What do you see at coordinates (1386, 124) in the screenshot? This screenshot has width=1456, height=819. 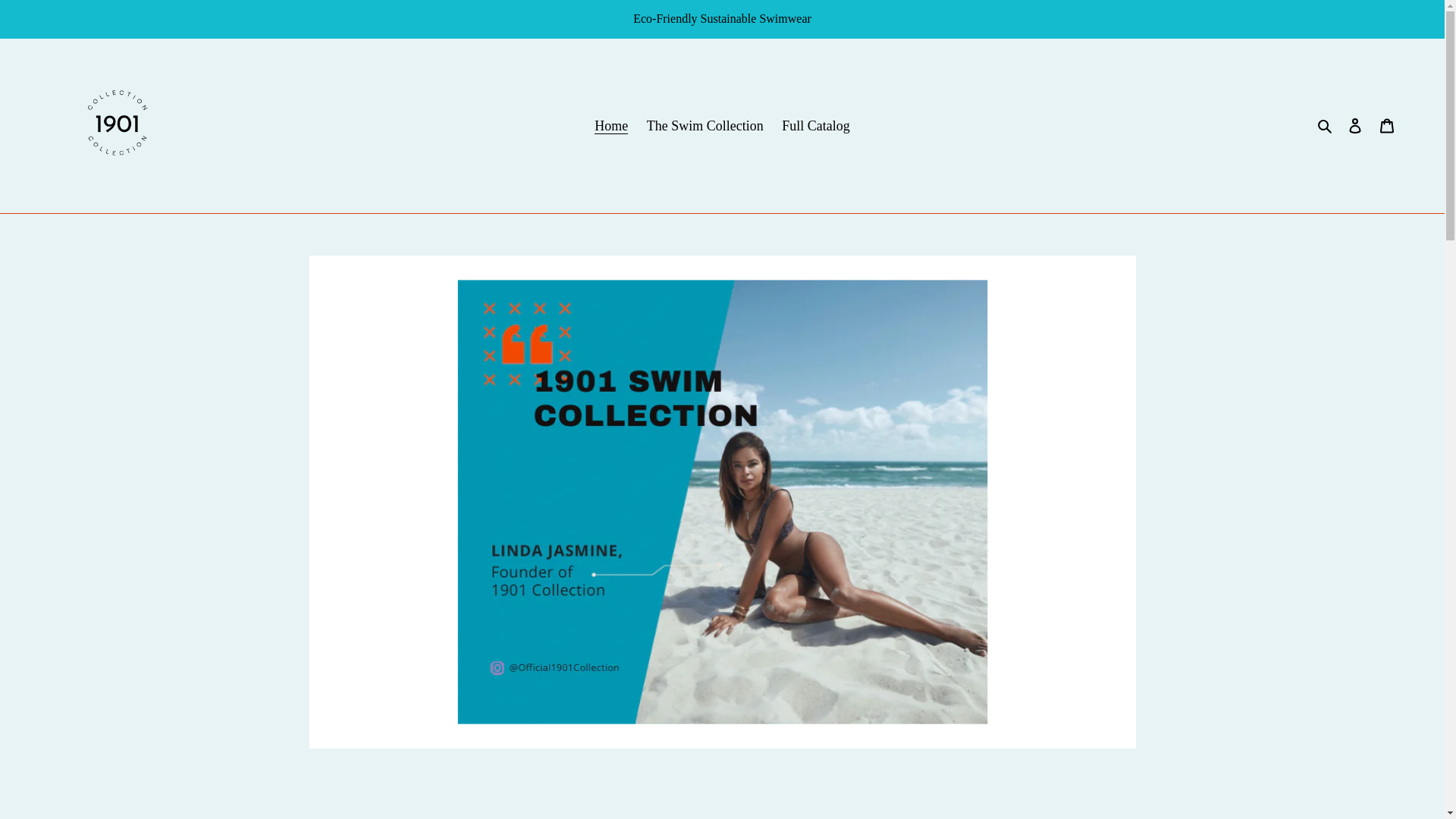 I see `'Cart'` at bounding box center [1386, 124].